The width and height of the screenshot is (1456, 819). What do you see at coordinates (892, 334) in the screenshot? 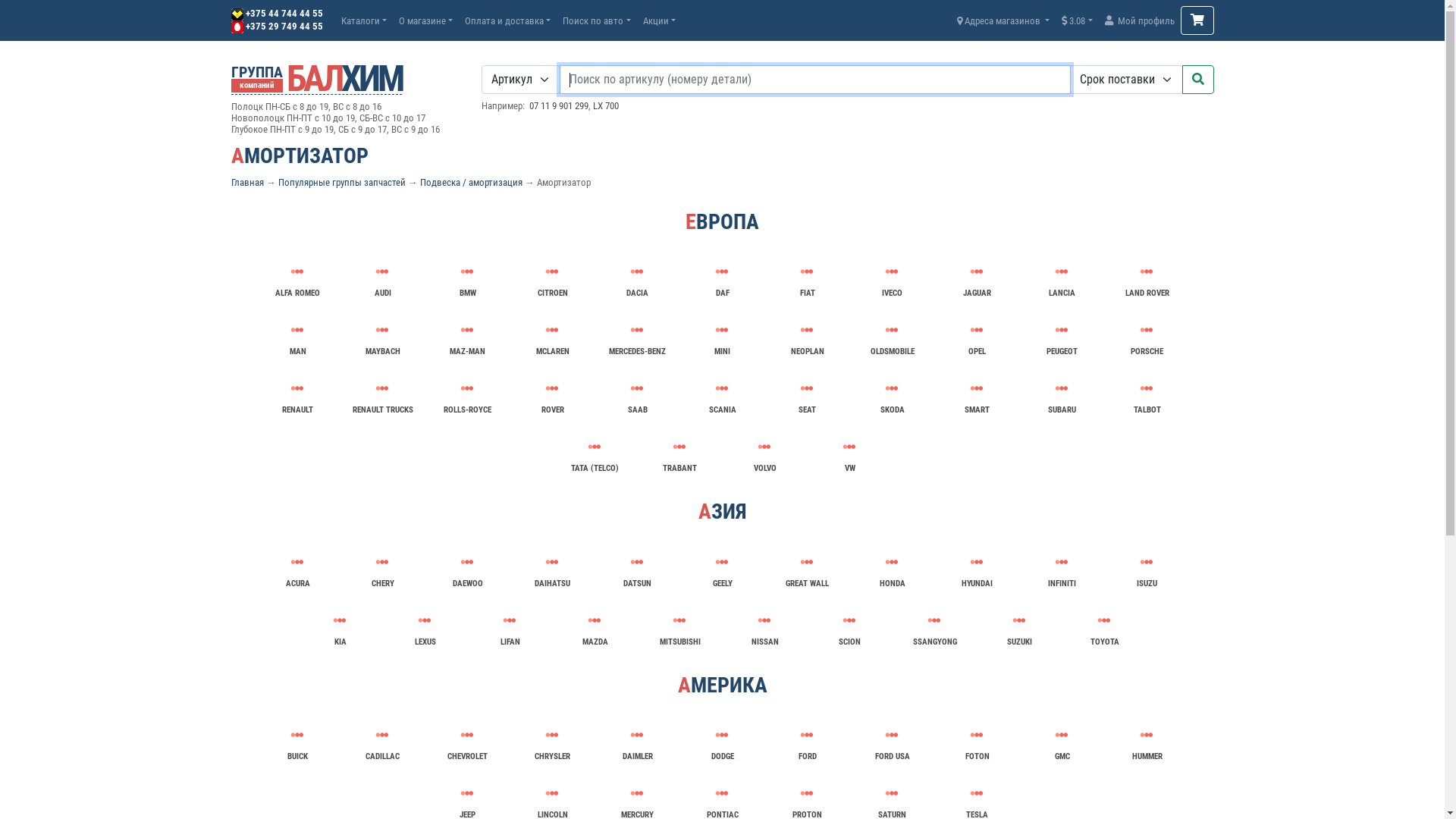
I see `'OLDSMOBILE'` at bounding box center [892, 334].